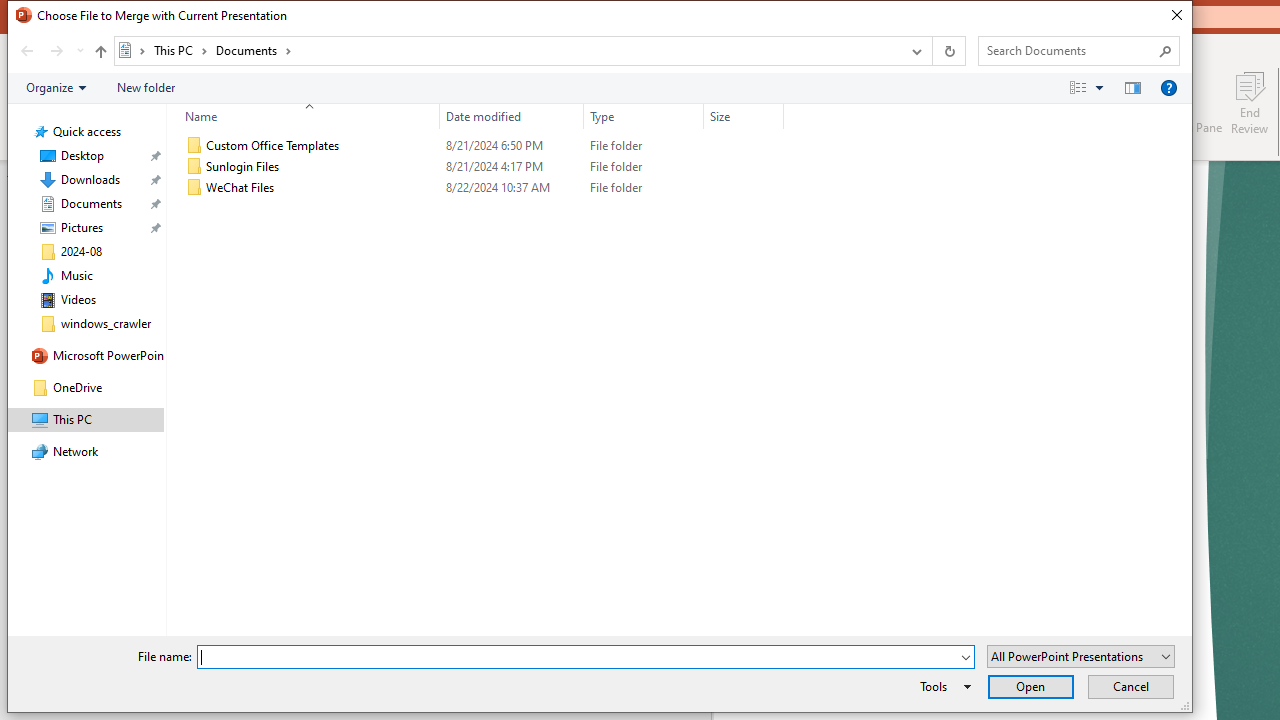  Describe the element at coordinates (1132, 86) in the screenshot. I see `'Preview pane'` at that location.